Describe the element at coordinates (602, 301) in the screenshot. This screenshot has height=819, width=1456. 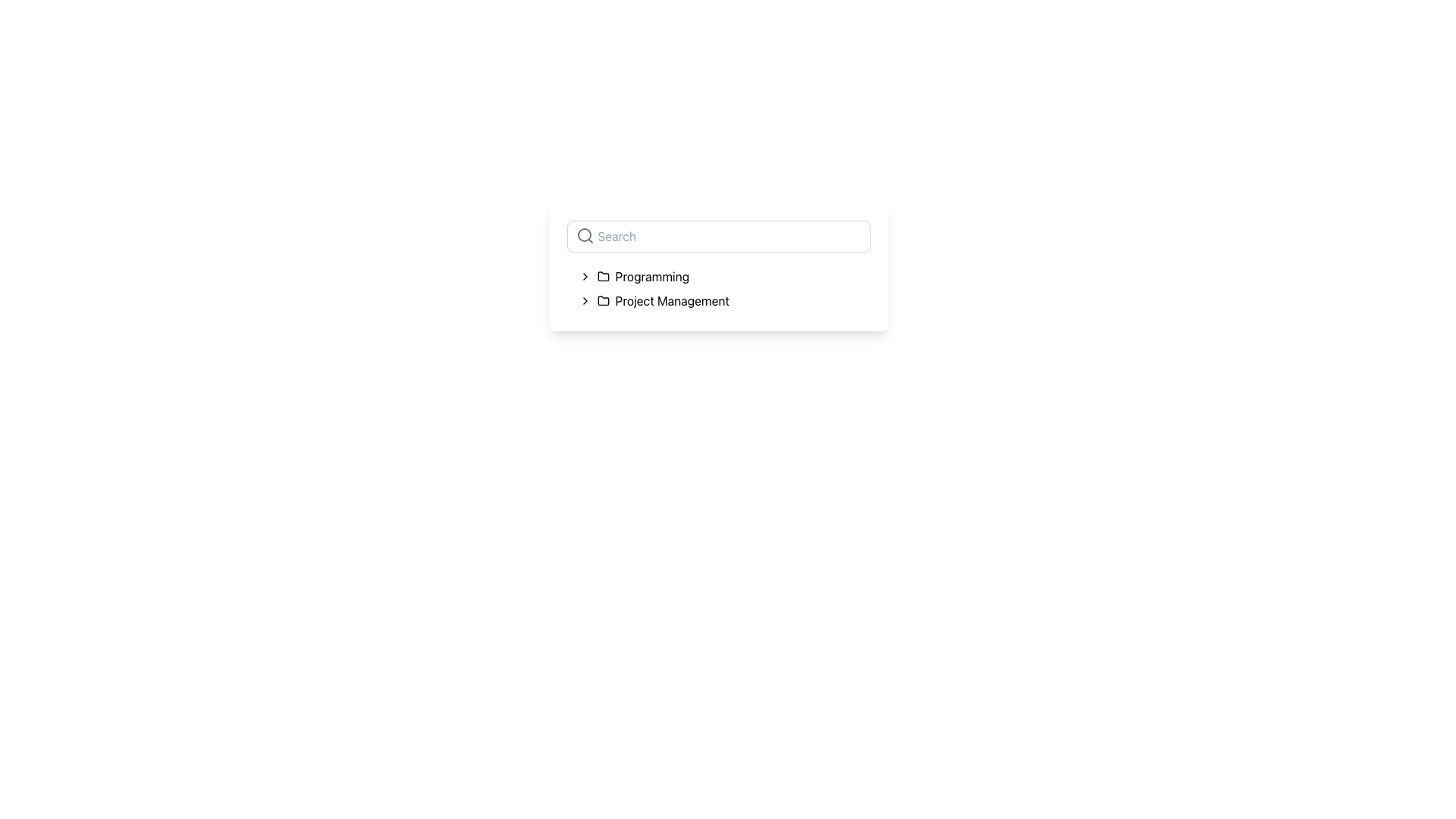
I see `the small folder icon styled as an outline, located to the immediate left of the 'Project Management' text in the vertical menu` at that location.